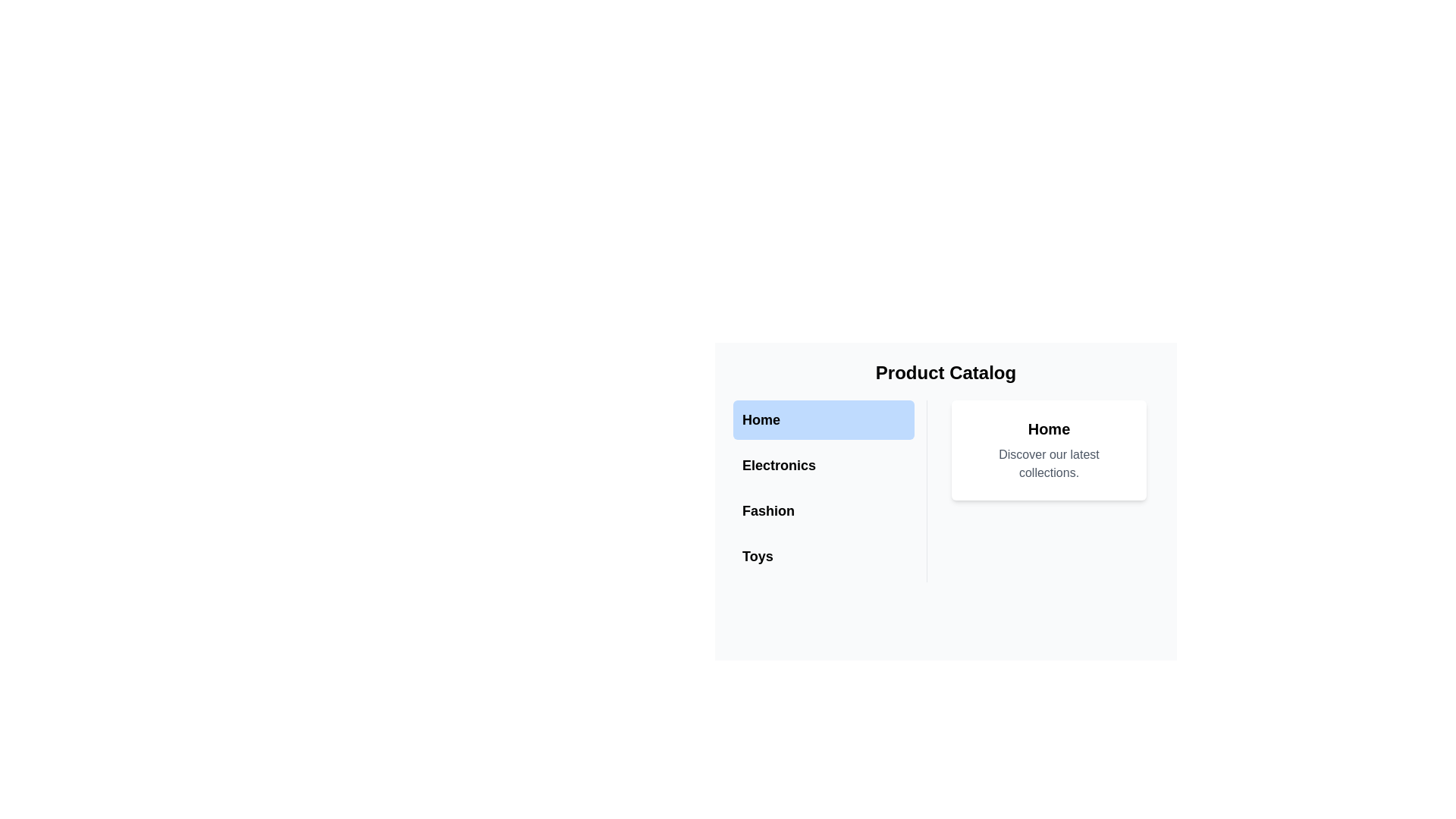 The width and height of the screenshot is (1456, 819). What do you see at coordinates (1048, 429) in the screenshot?
I see `text of the header label located at the top-right section of the interface, directly above the text 'Discover our latest collections.'` at bounding box center [1048, 429].